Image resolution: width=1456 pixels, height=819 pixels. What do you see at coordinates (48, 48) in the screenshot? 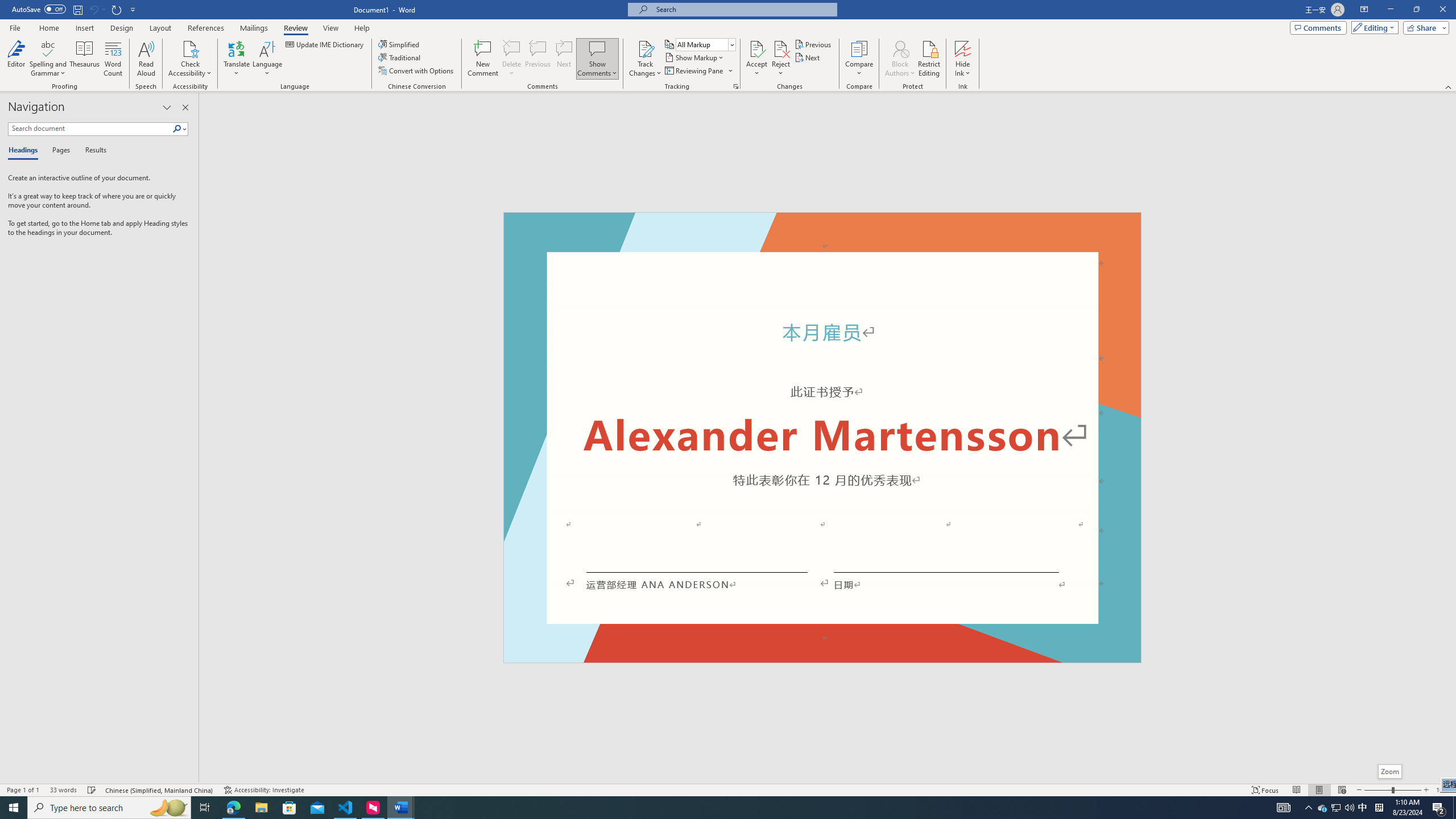
I see `'Spelling and Grammar'` at bounding box center [48, 48].